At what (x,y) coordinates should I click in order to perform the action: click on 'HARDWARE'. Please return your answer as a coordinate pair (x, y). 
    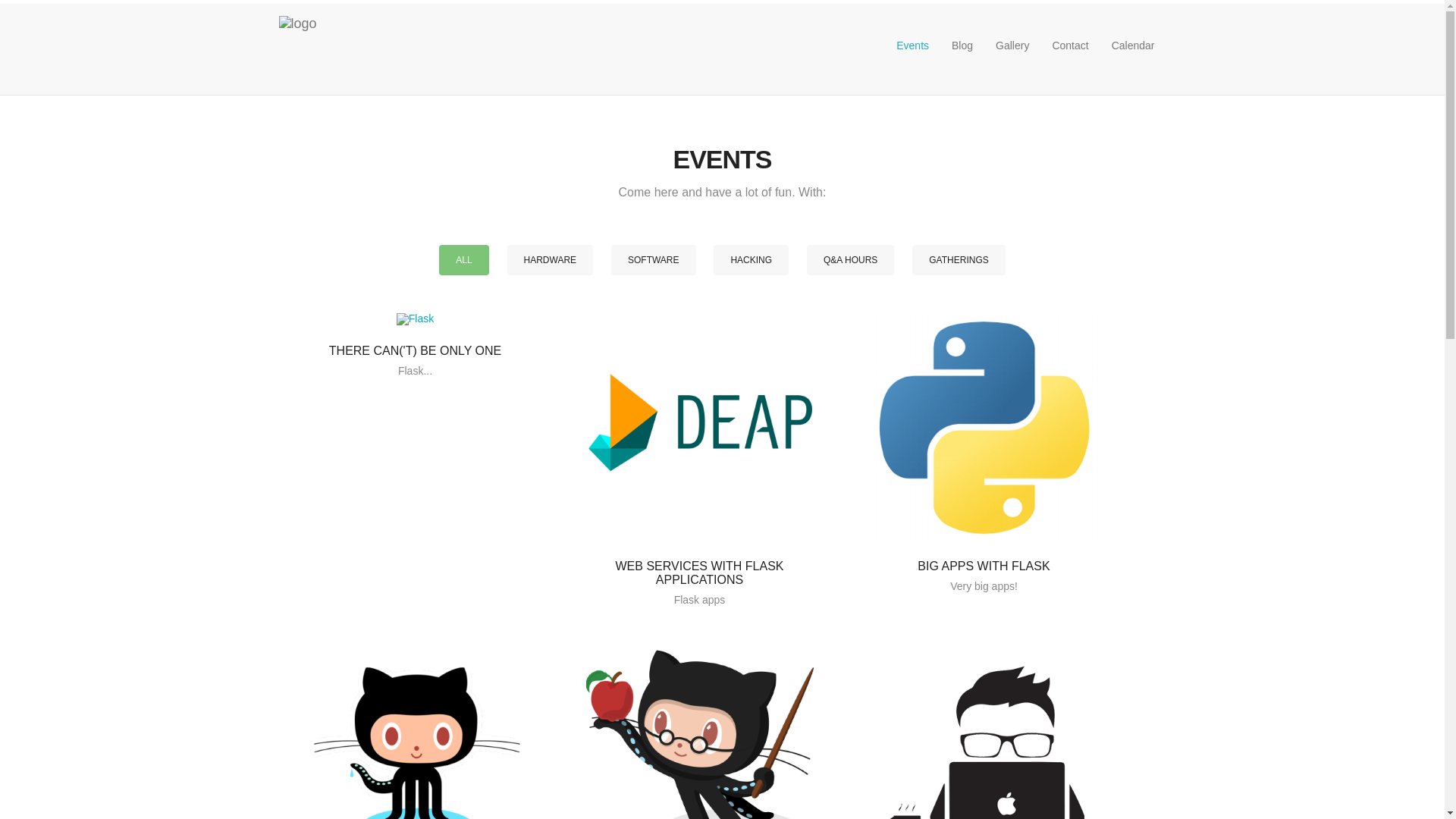
    Looking at the image, I should click on (549, 259).